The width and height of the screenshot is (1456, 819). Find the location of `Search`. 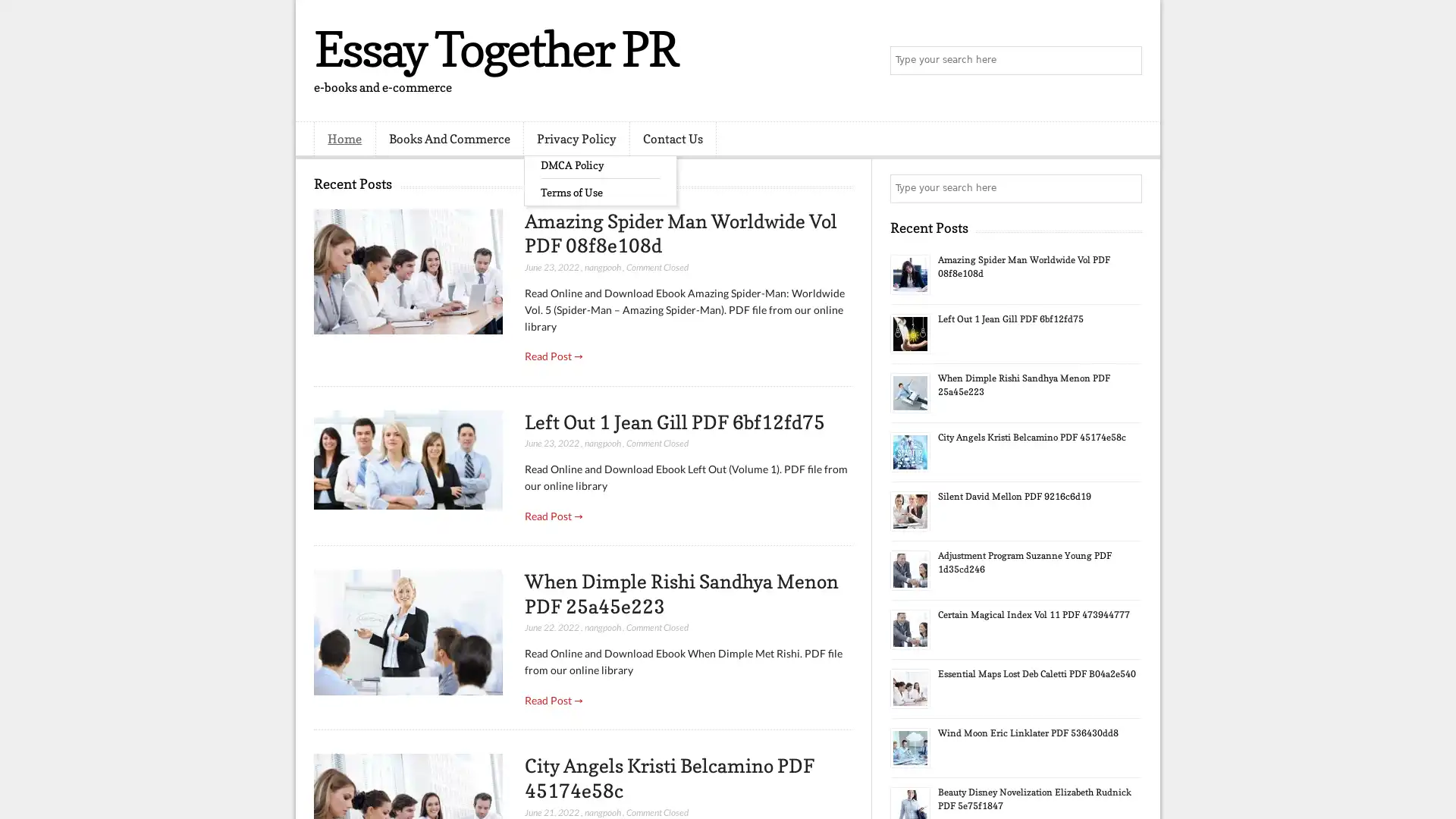

Search is located at coordinates (1126, 61).